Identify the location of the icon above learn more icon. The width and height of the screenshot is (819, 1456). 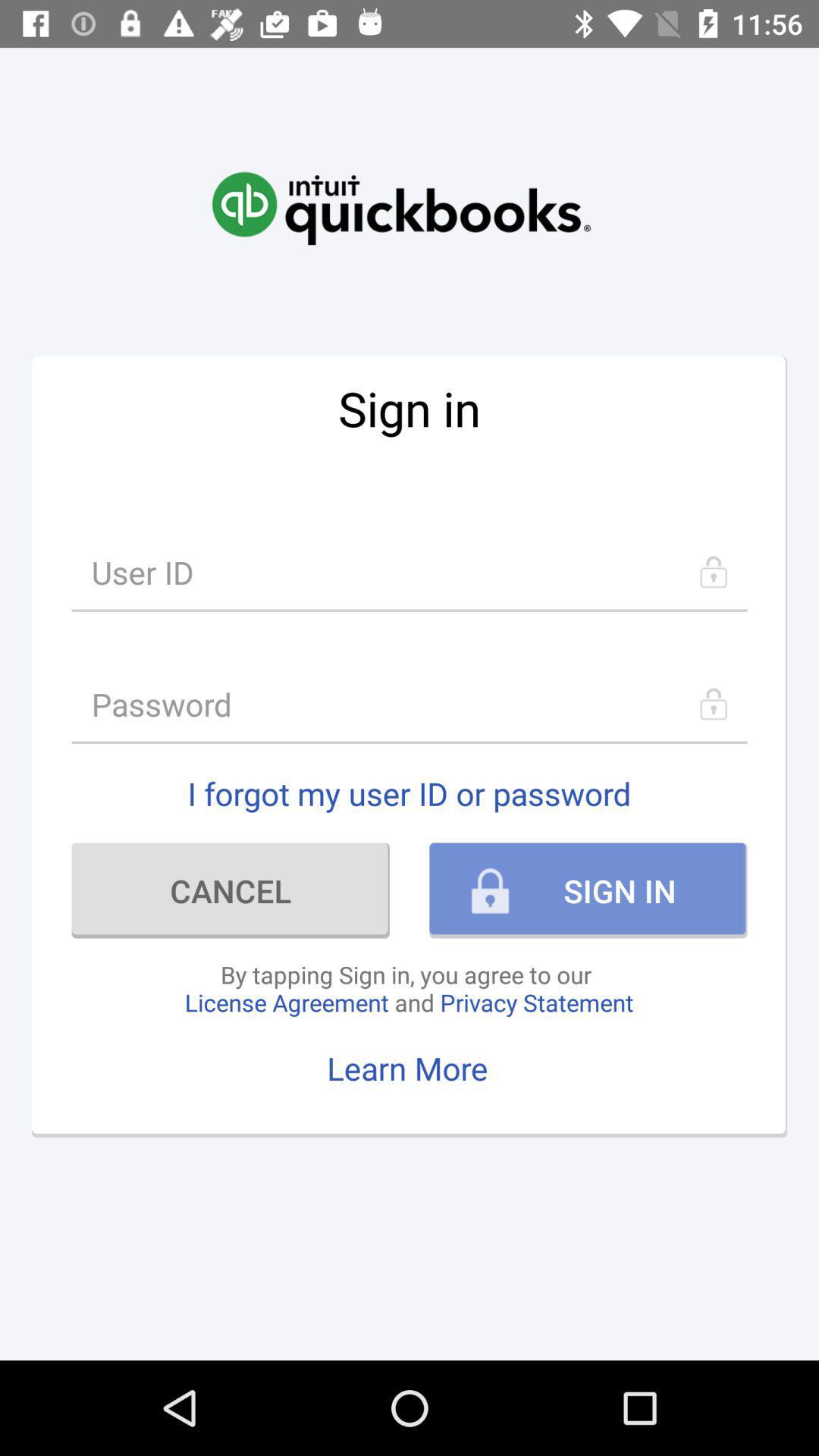
(408, 988).